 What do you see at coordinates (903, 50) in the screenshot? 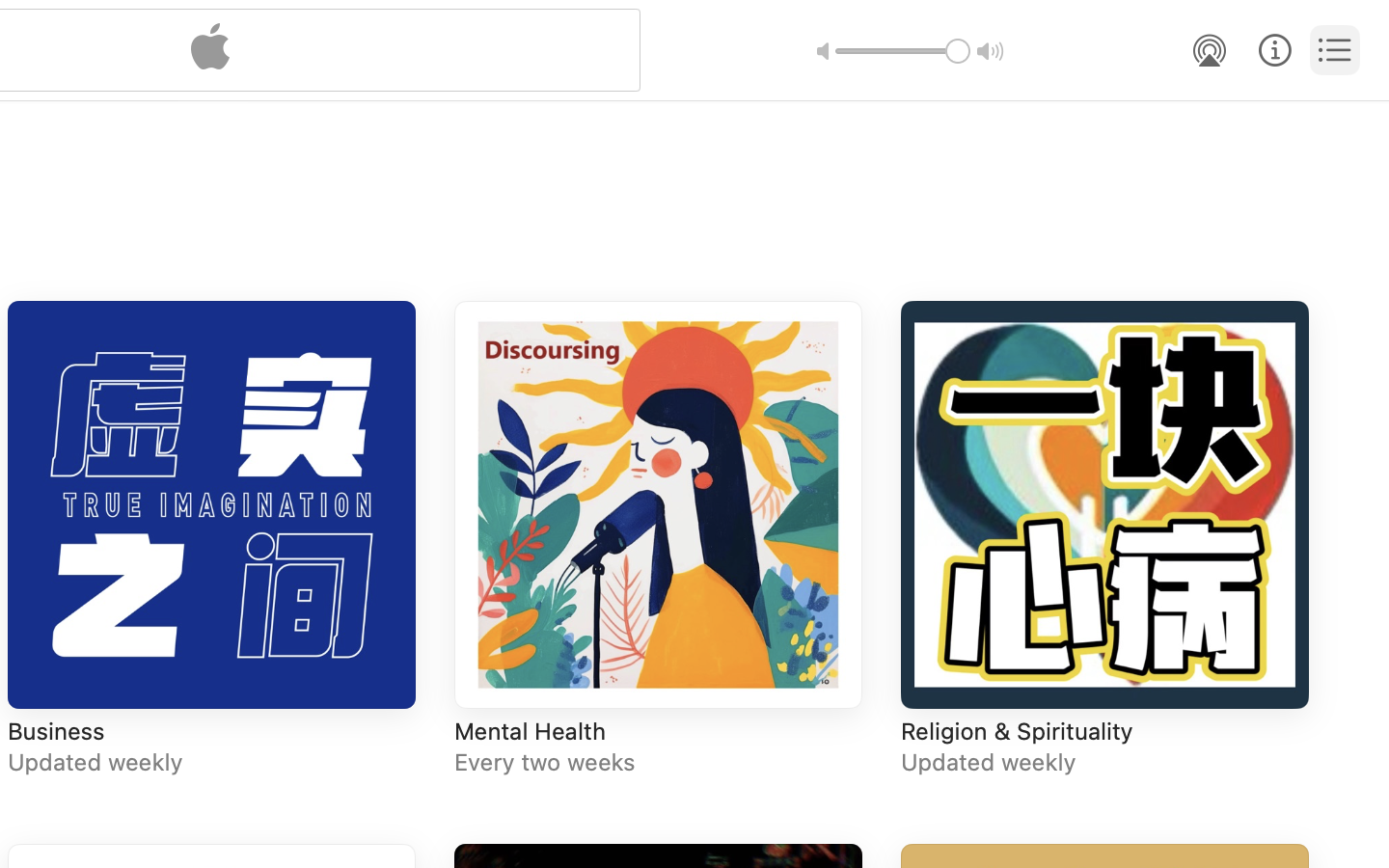
I see `'1.0'` at bounding box center [903, 50].